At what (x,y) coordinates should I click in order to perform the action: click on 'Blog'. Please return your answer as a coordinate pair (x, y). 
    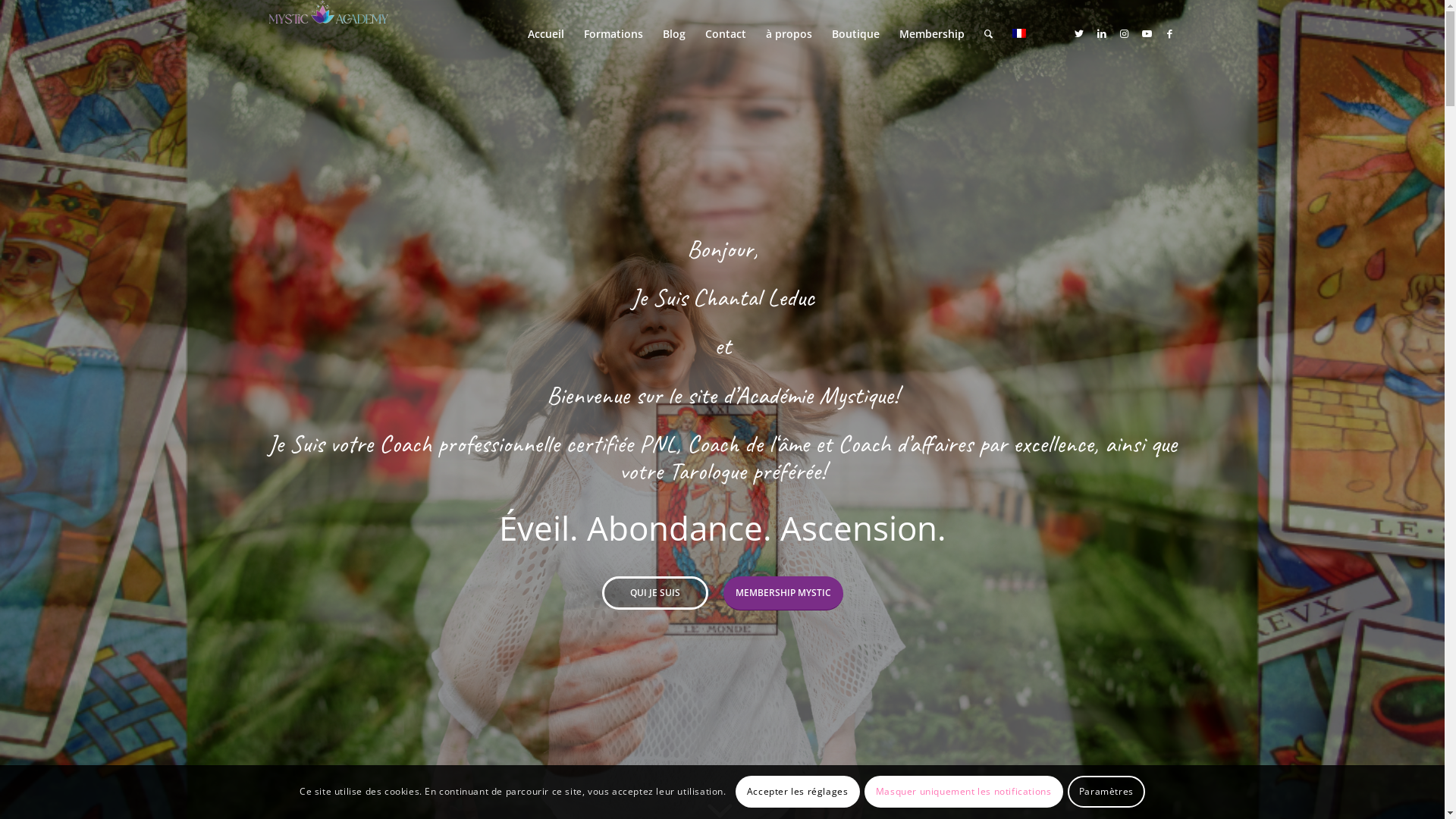
    Looking at the image, I should click on (673, 34).